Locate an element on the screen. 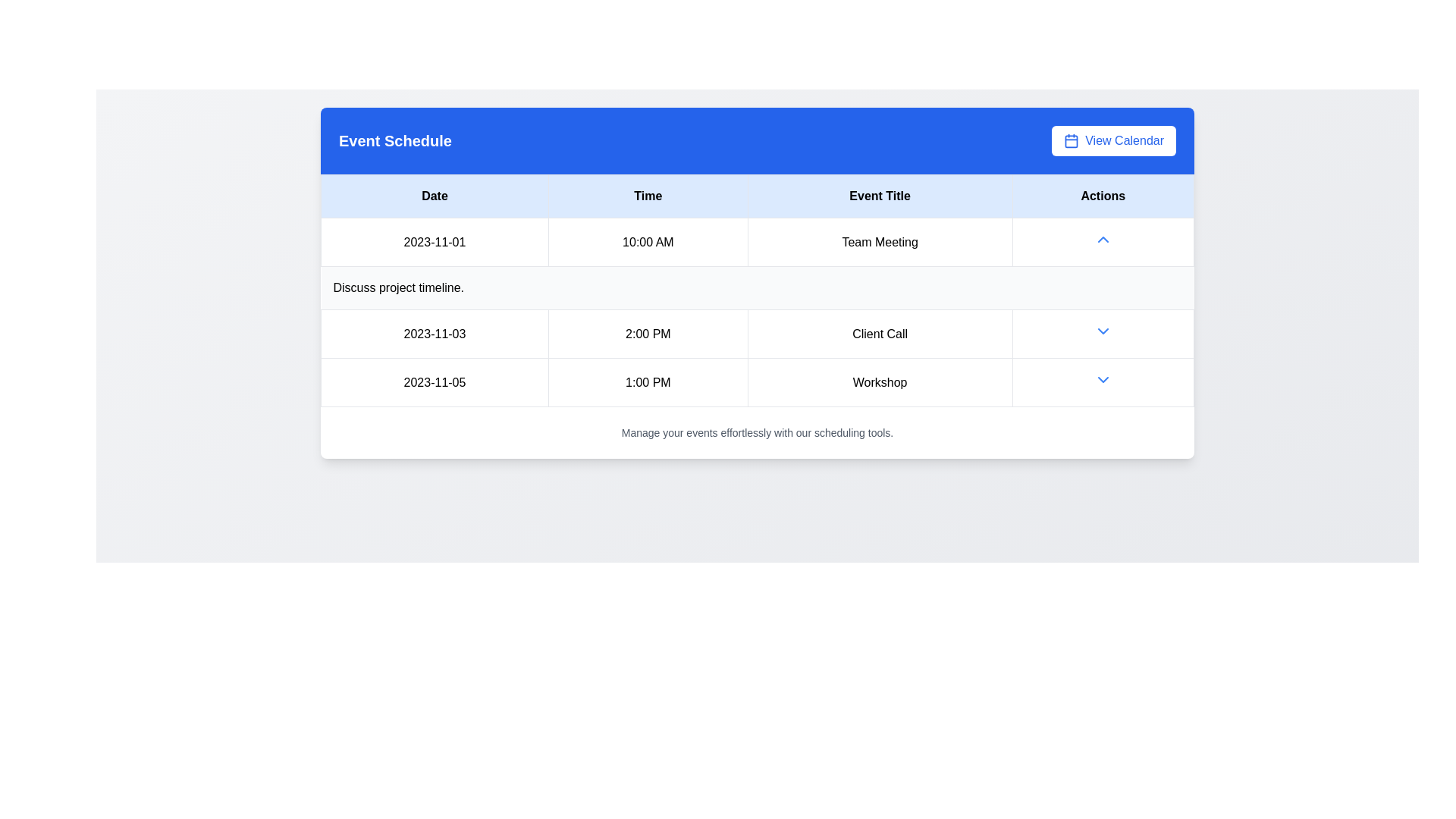  the header text cell for the 'Time' column in the table, located between the 'Date' and 'Event Title' cells, under the blue header 'Event Schedule' is located at coordinates (648, 195).